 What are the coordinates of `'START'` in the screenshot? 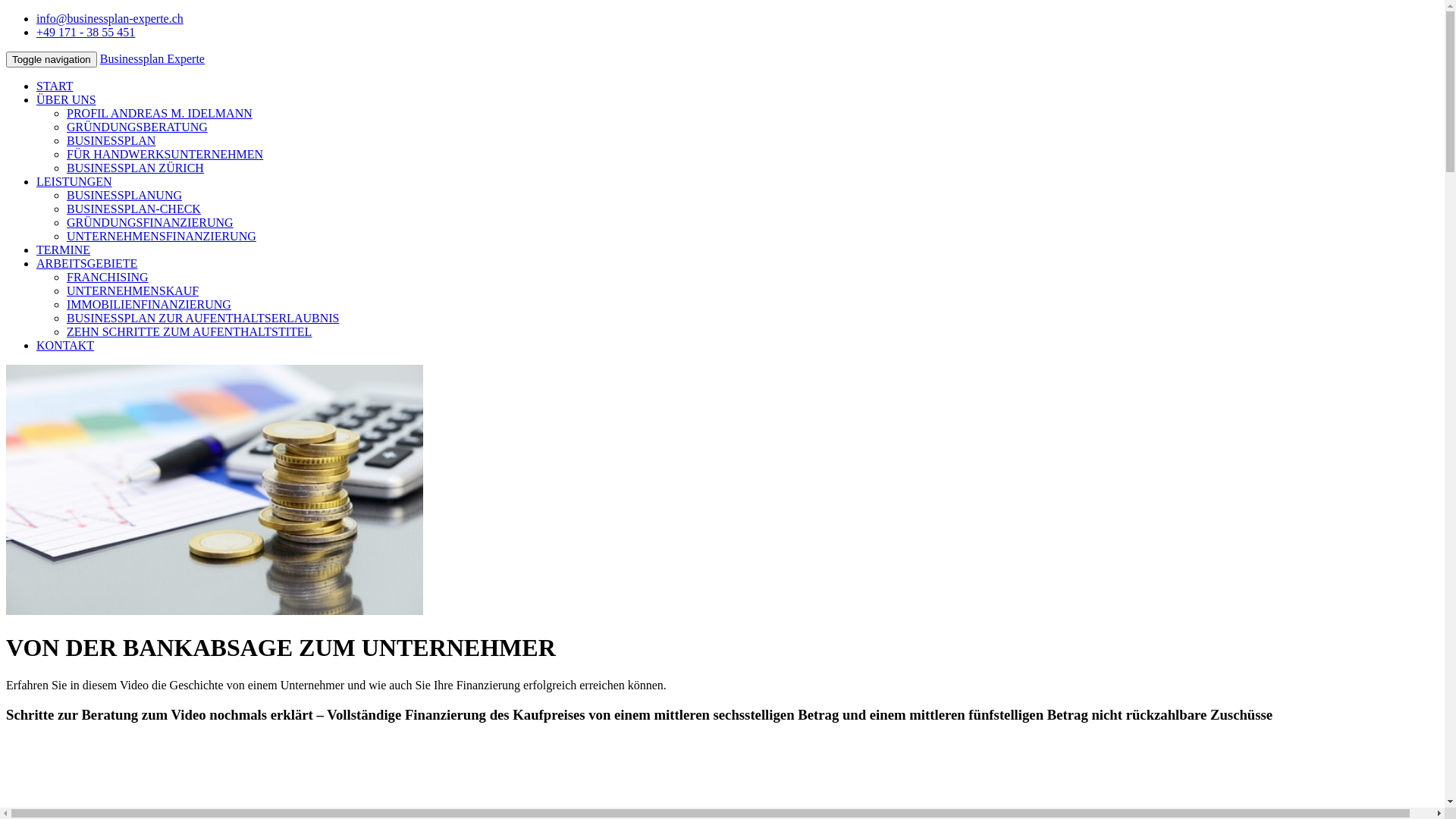 It's located at (55, 86).